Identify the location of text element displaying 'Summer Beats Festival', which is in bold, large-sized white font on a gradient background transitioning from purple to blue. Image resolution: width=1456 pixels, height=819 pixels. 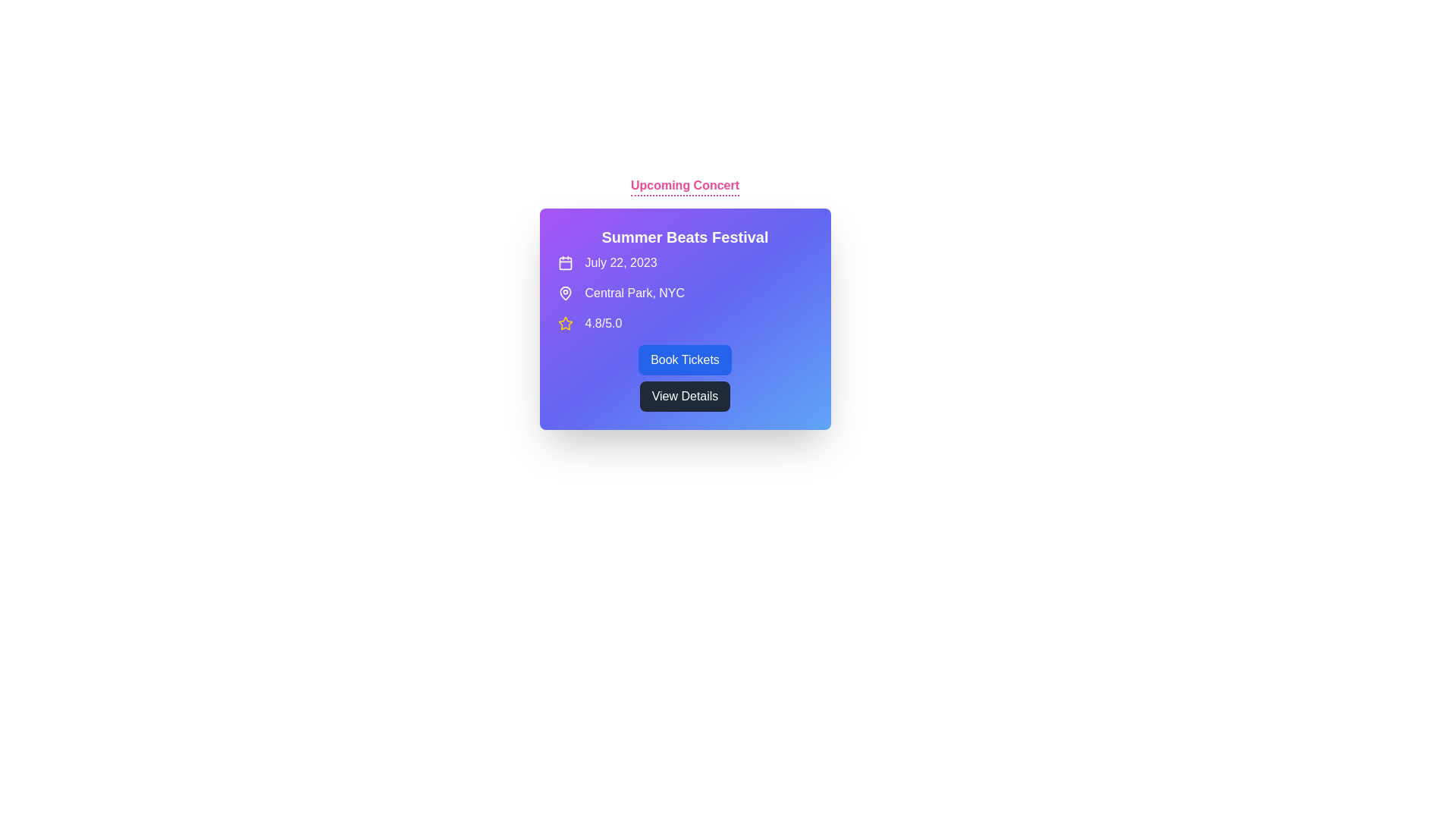
(684, 237).